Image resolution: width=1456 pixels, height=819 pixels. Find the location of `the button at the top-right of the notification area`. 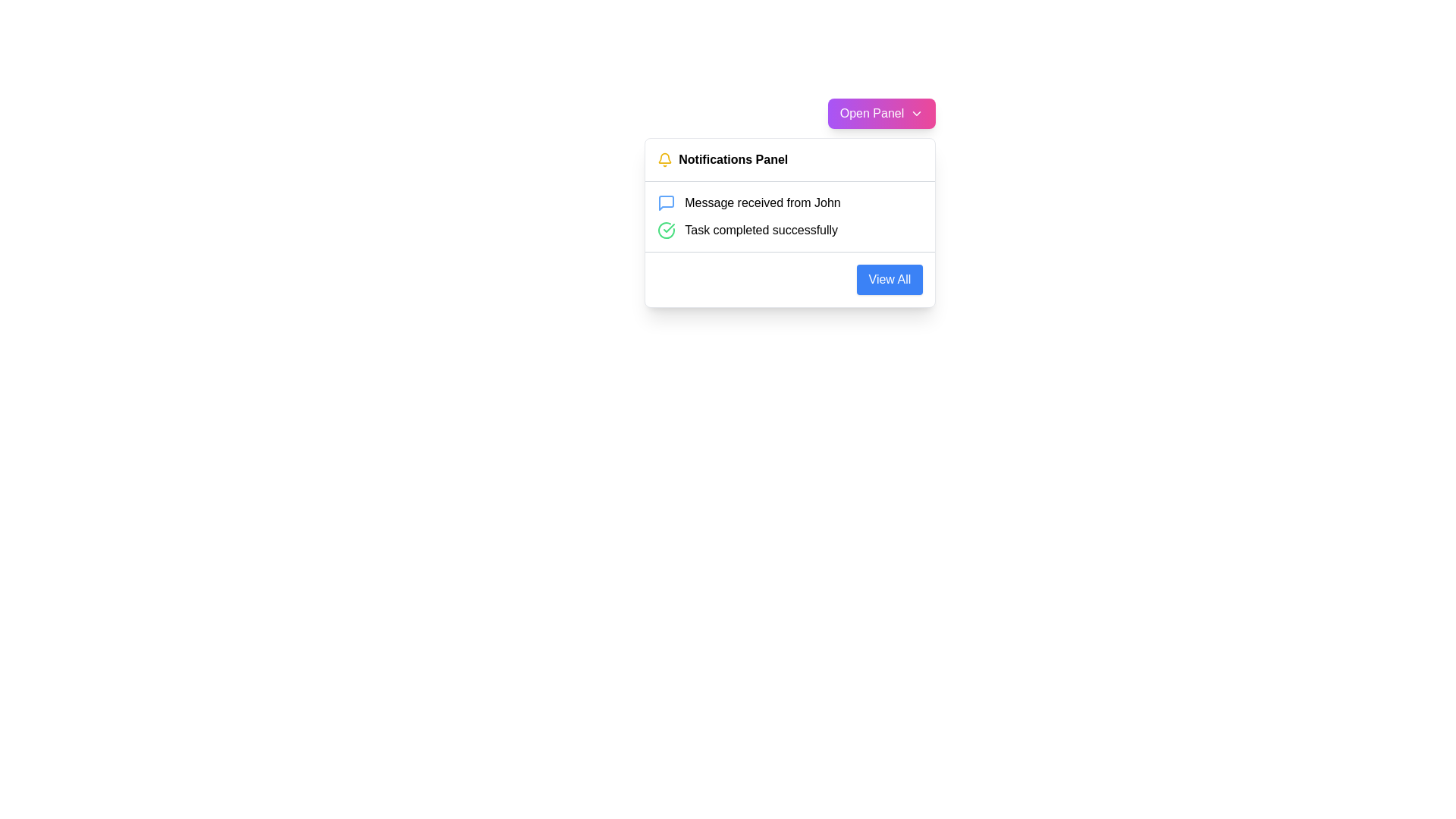

the button at the top-right of the notification area is located at coordinates (881, 113).